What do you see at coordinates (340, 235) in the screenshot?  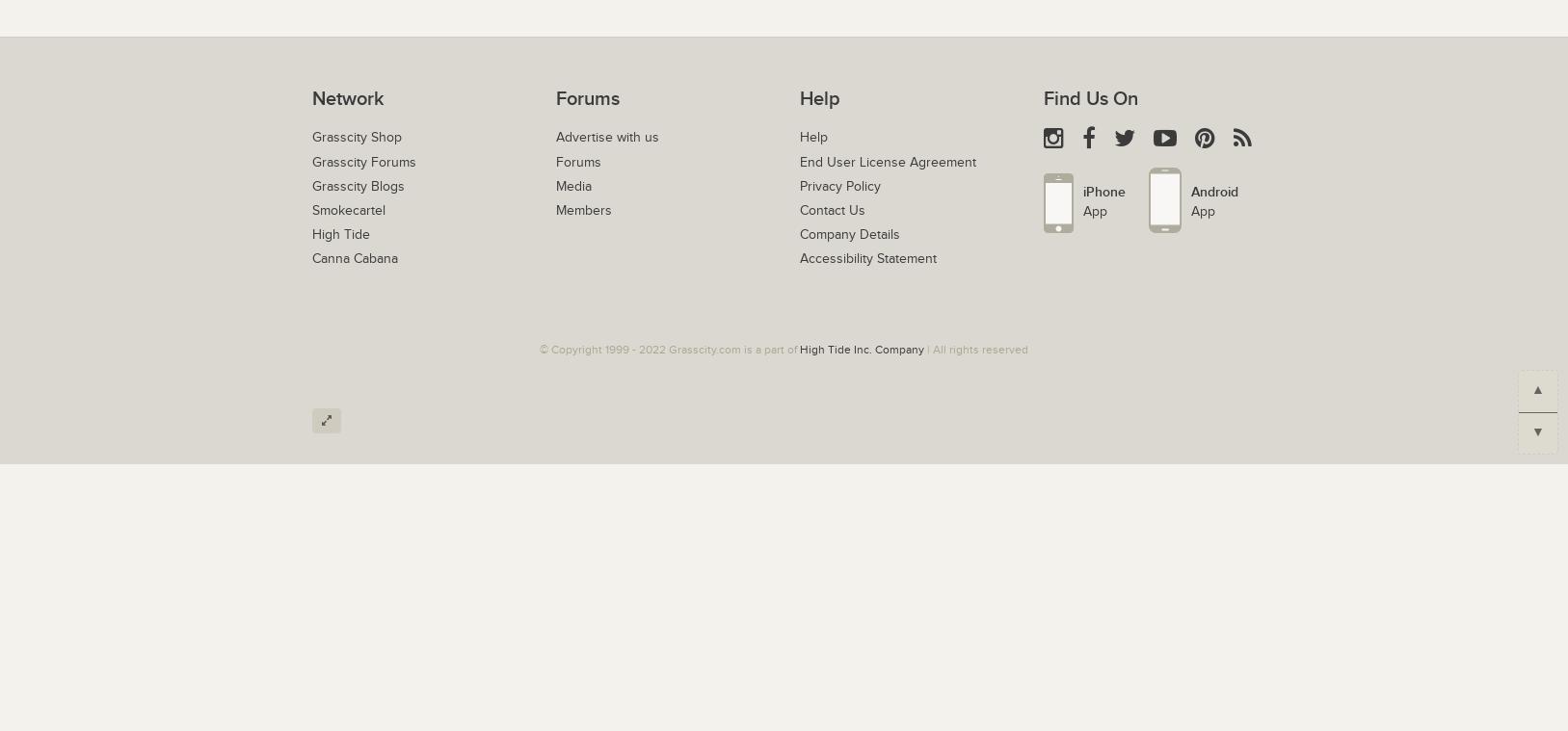 I see `'High Tide'` at bounding box center [340, 235].